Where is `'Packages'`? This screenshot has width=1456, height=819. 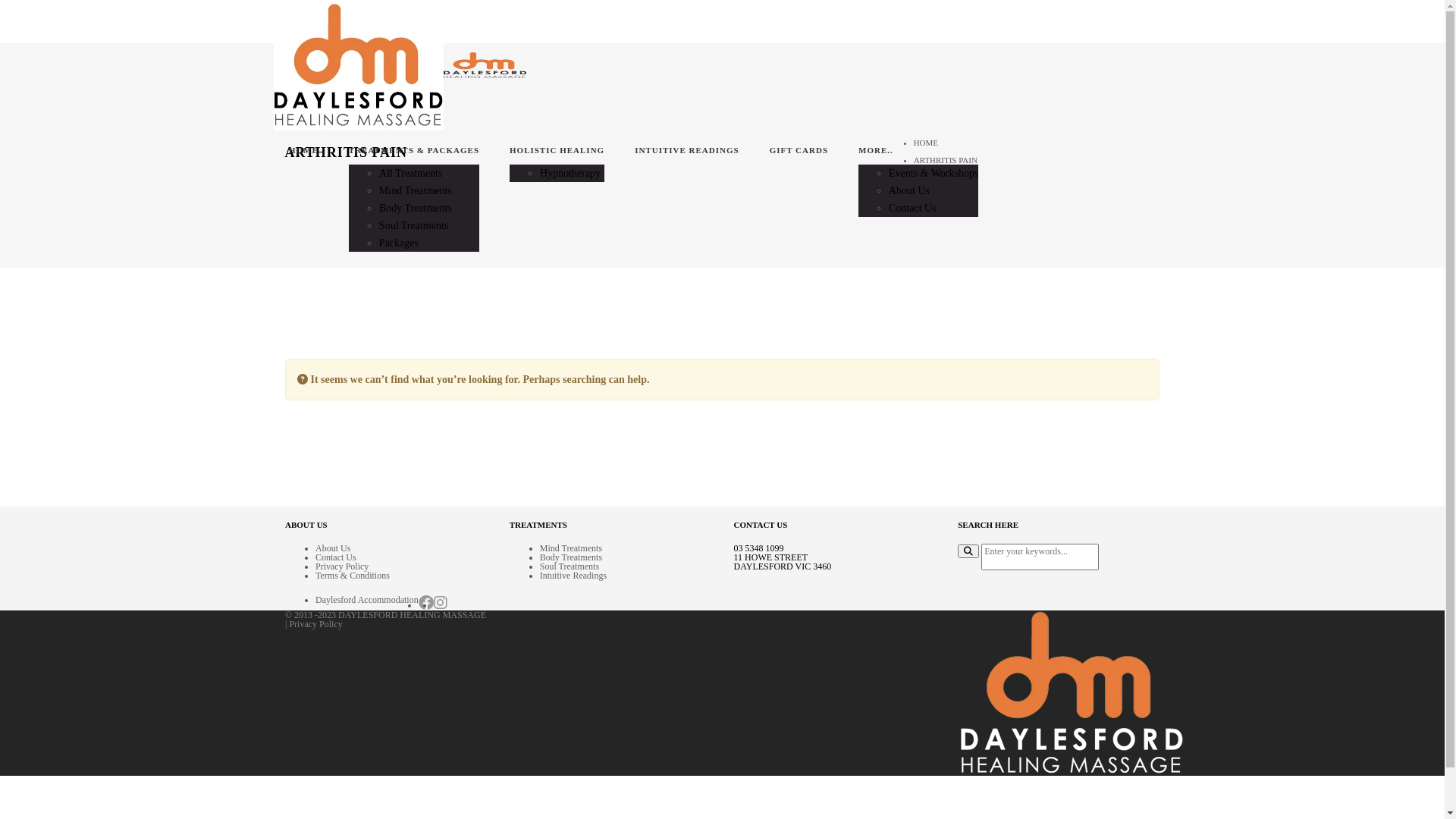
'Packages' is located at coordinates (399, 242).